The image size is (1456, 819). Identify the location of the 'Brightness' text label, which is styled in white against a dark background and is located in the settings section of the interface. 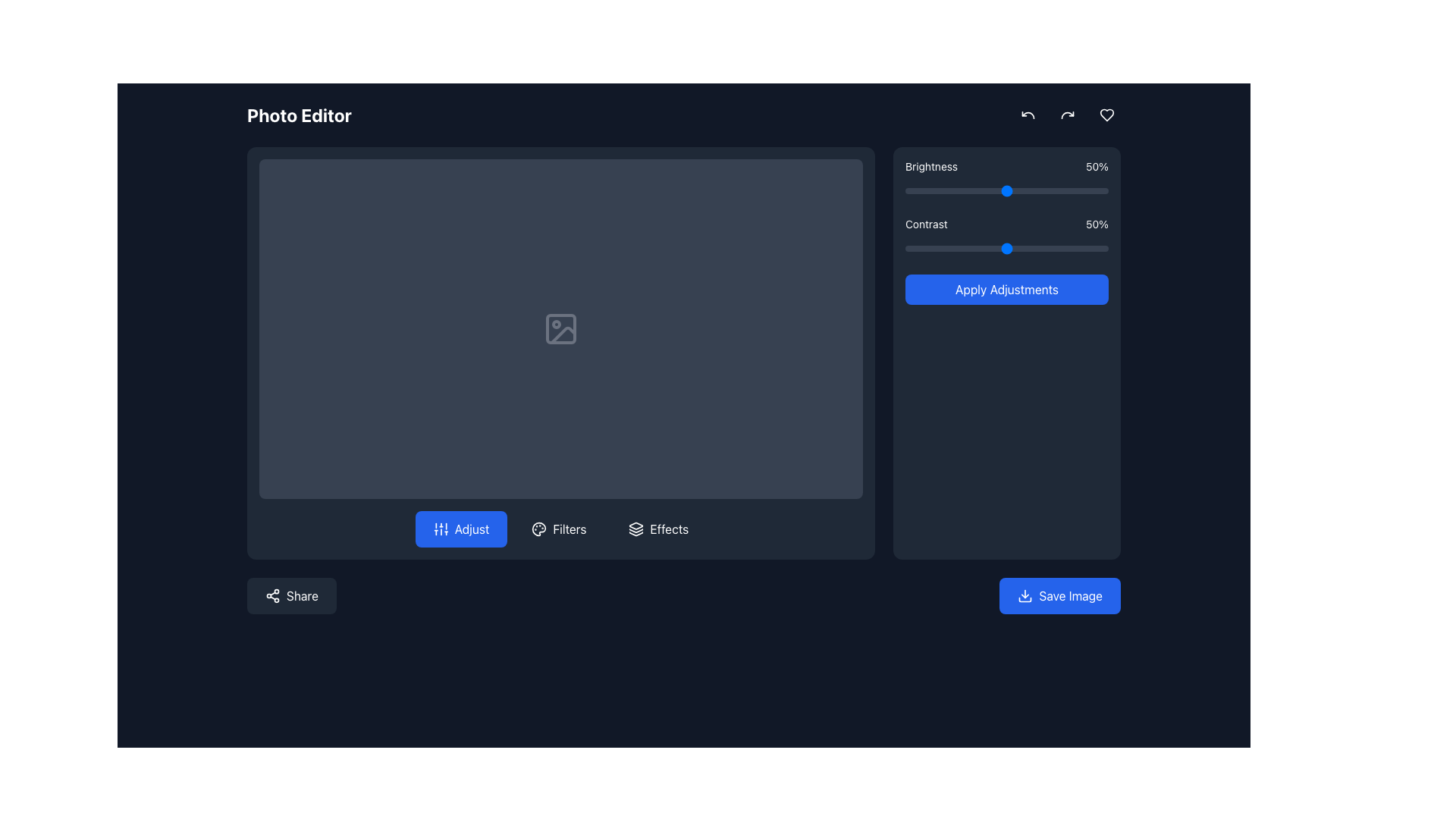
(930, 166).